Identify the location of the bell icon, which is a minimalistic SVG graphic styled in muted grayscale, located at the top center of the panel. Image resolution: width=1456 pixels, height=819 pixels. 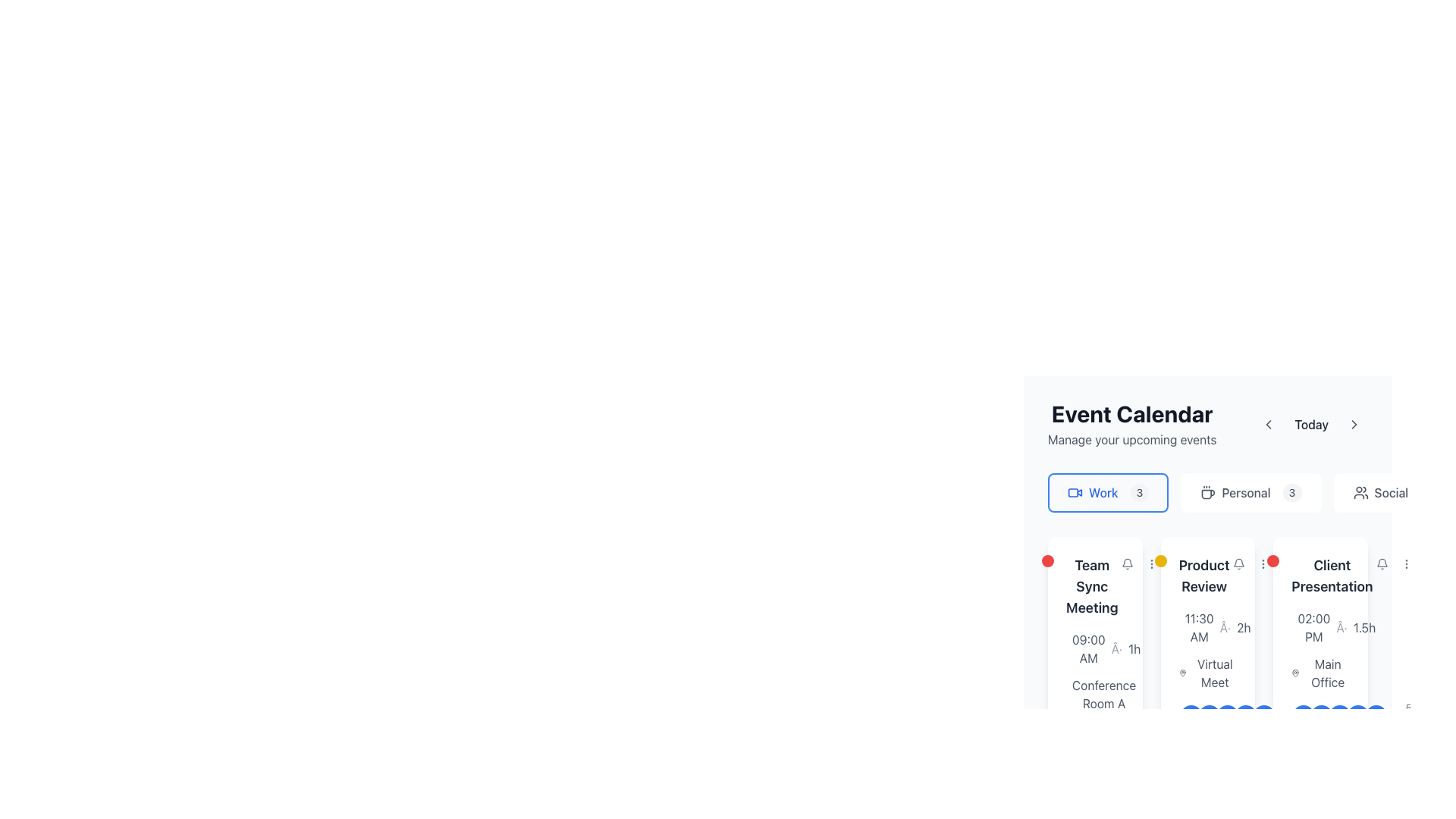
(1238, 564).